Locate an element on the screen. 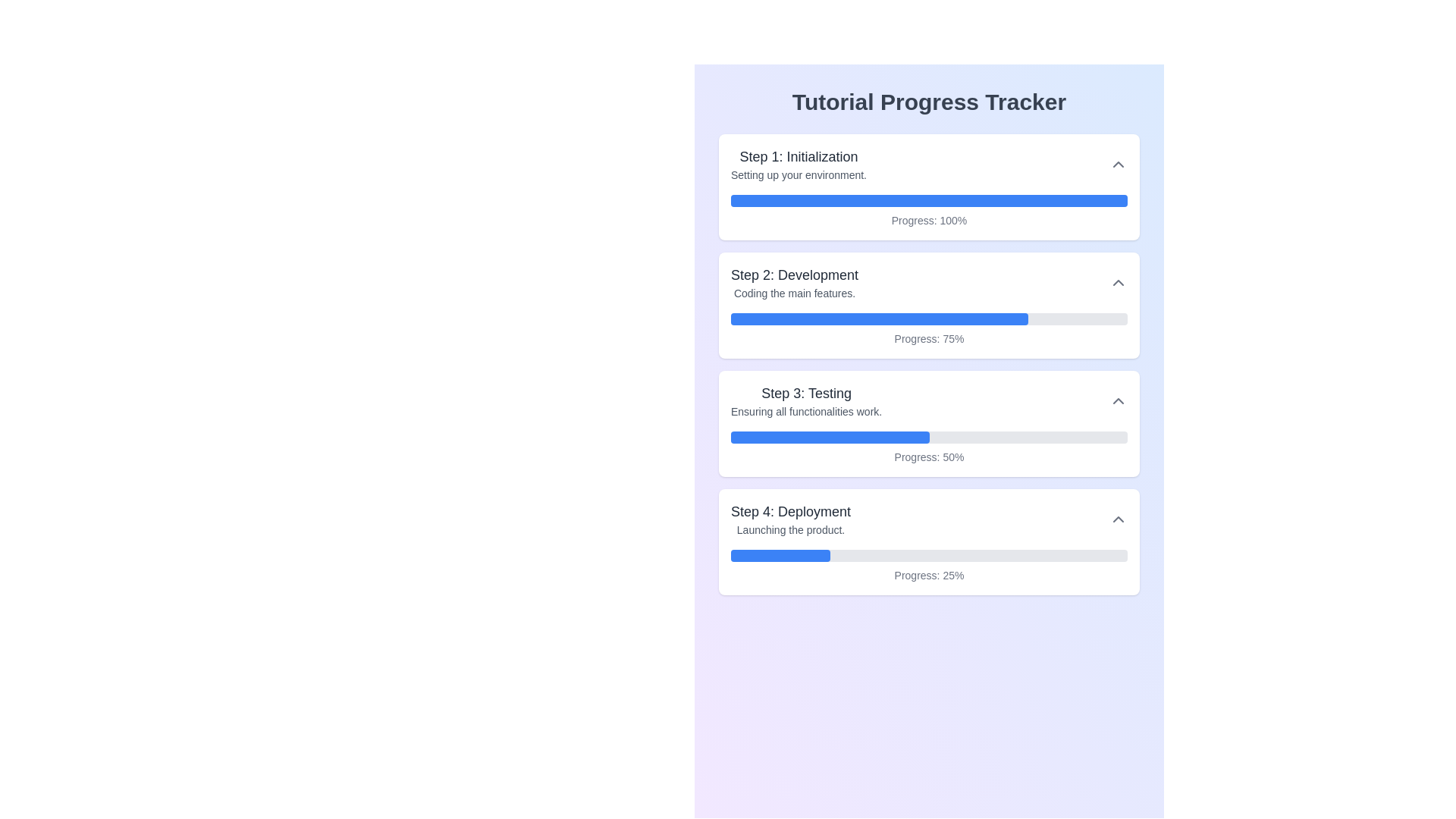  the text label displaying 'Progress: 50%' located below the progress bar in the 'Step 3: Testing' section is located at coordinates (928, 456).